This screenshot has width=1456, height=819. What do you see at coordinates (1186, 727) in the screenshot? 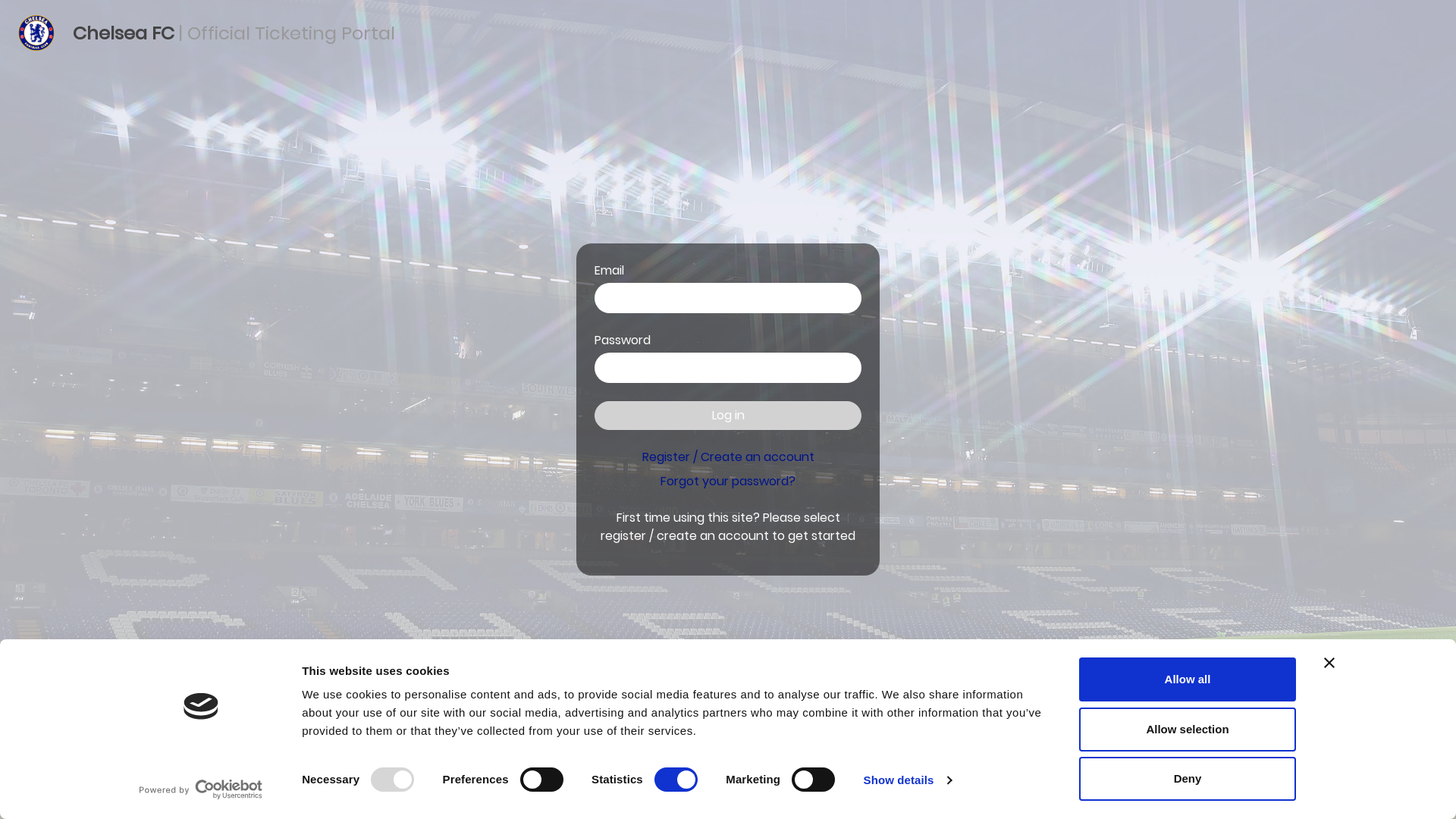
I see `'Allow selection'` at bounding box center [1186, 727].